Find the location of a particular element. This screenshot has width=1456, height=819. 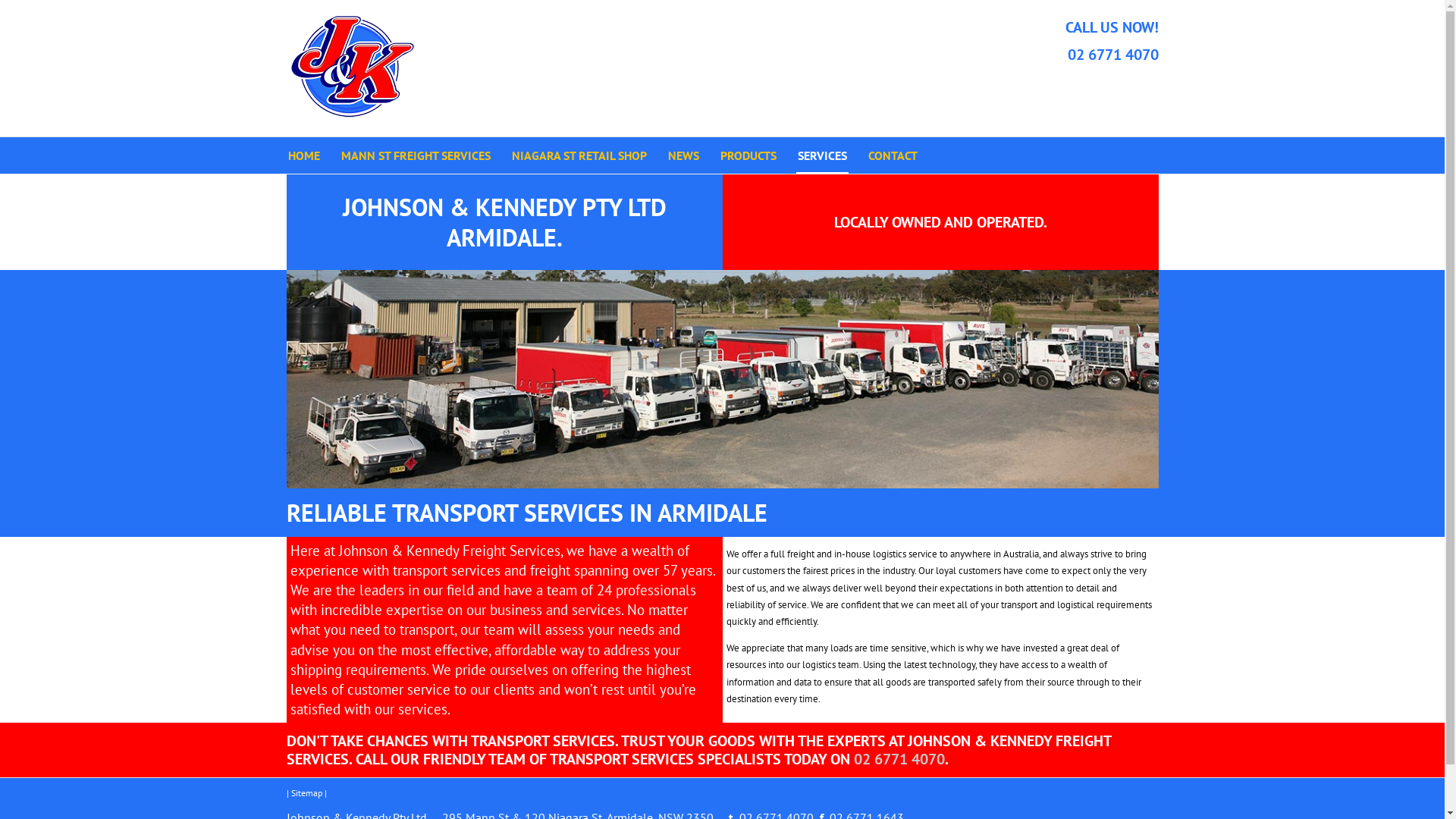

'NEWS' is located at coordinates (682, 155).